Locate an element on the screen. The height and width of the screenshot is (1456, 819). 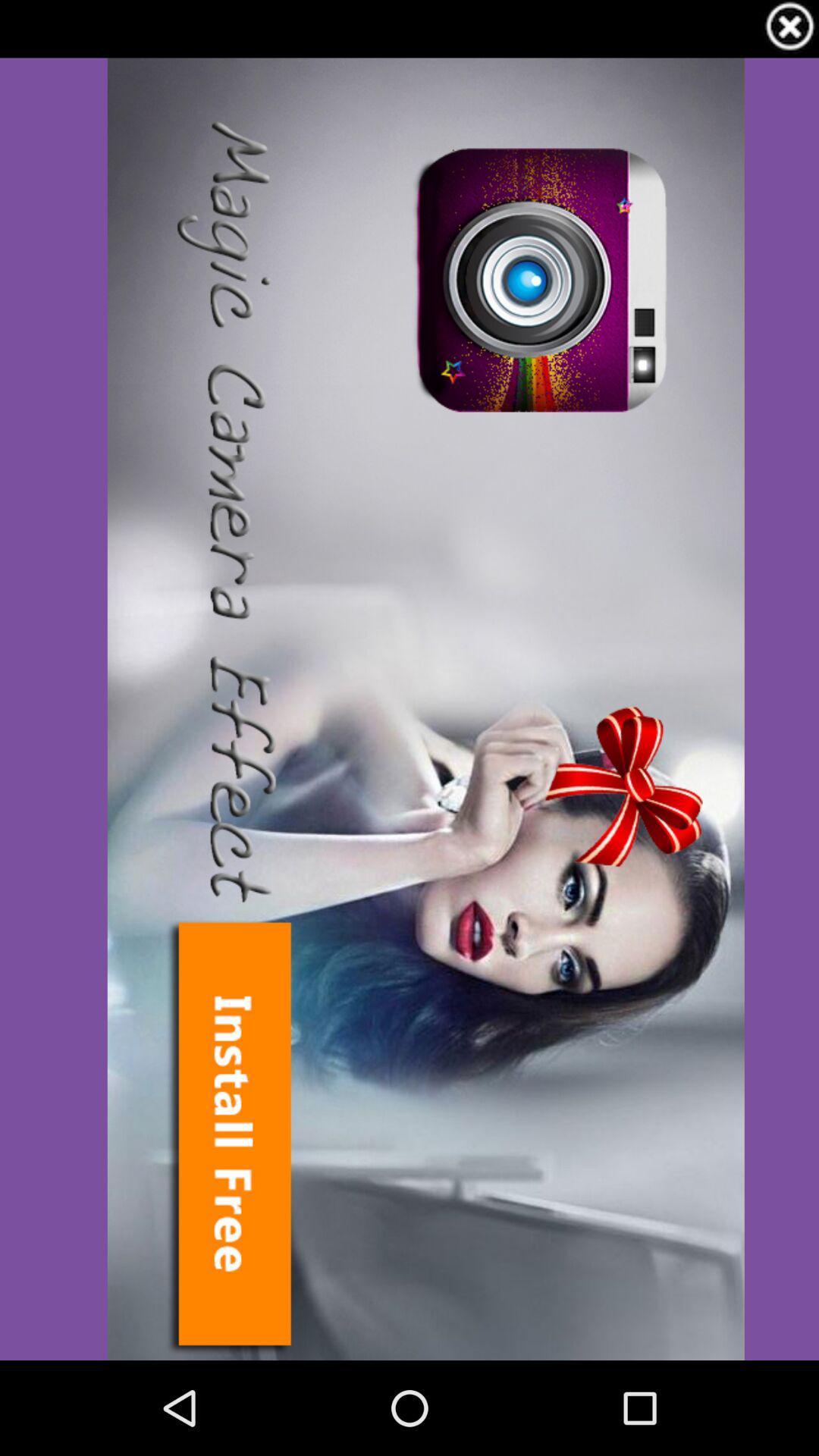
to close tab is located at coordinates (789, 29).